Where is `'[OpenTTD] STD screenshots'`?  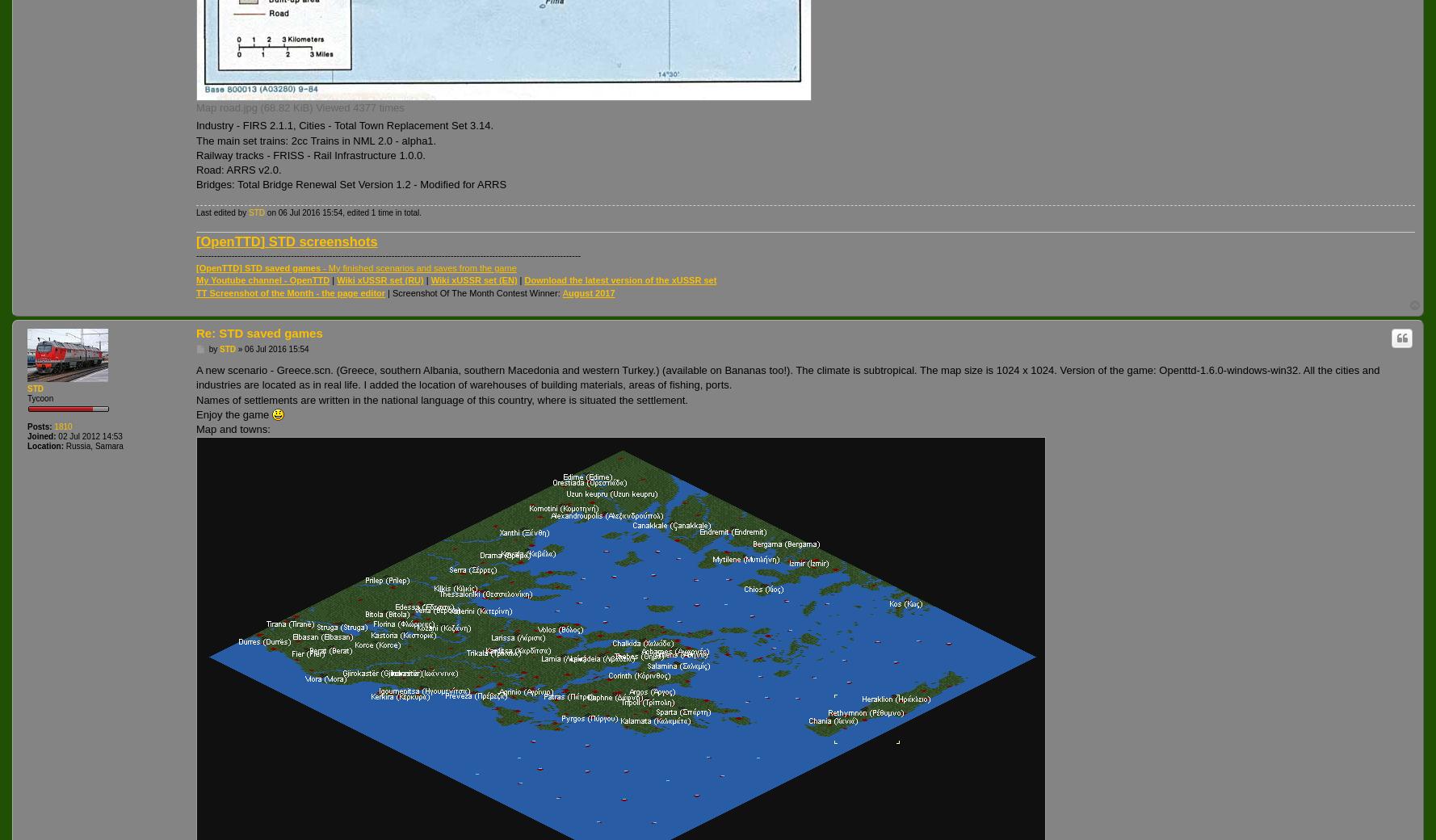 '[OpenTTD] STD screenshots' is located at coordinates (286, 241).